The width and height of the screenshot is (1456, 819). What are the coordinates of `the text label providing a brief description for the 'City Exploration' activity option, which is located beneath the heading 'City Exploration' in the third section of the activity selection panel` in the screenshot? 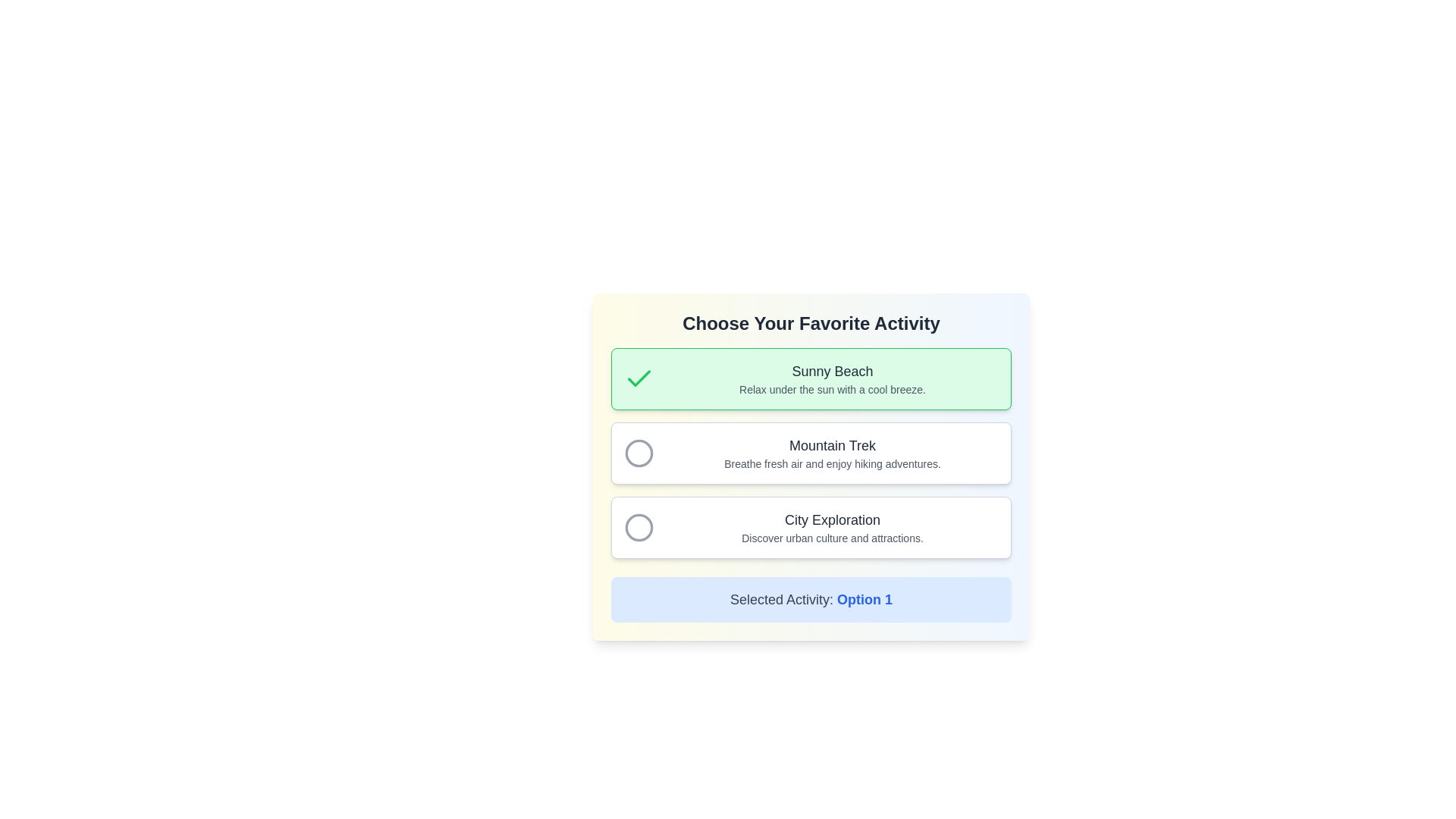 It's located at (832, 537).